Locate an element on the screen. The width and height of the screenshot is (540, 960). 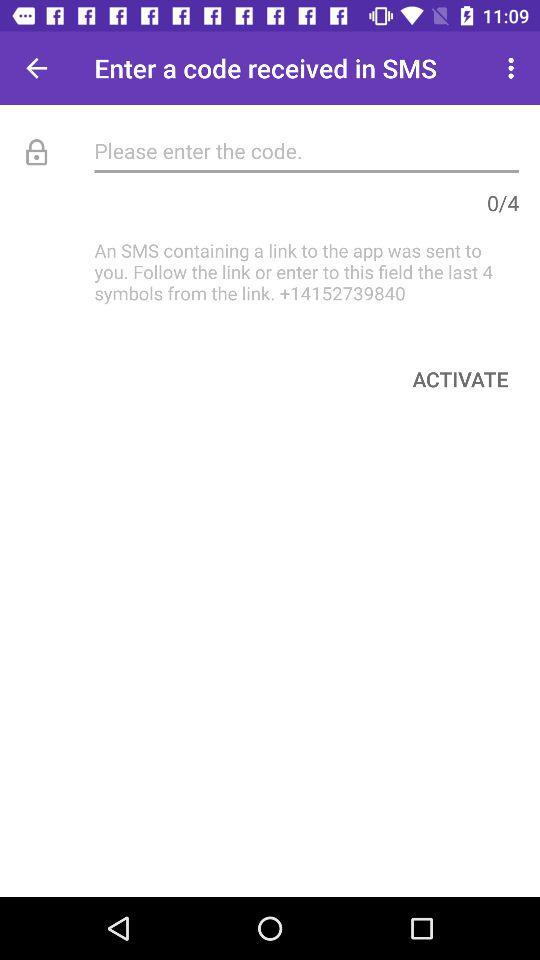
previous is located at coordinates (36, 68).